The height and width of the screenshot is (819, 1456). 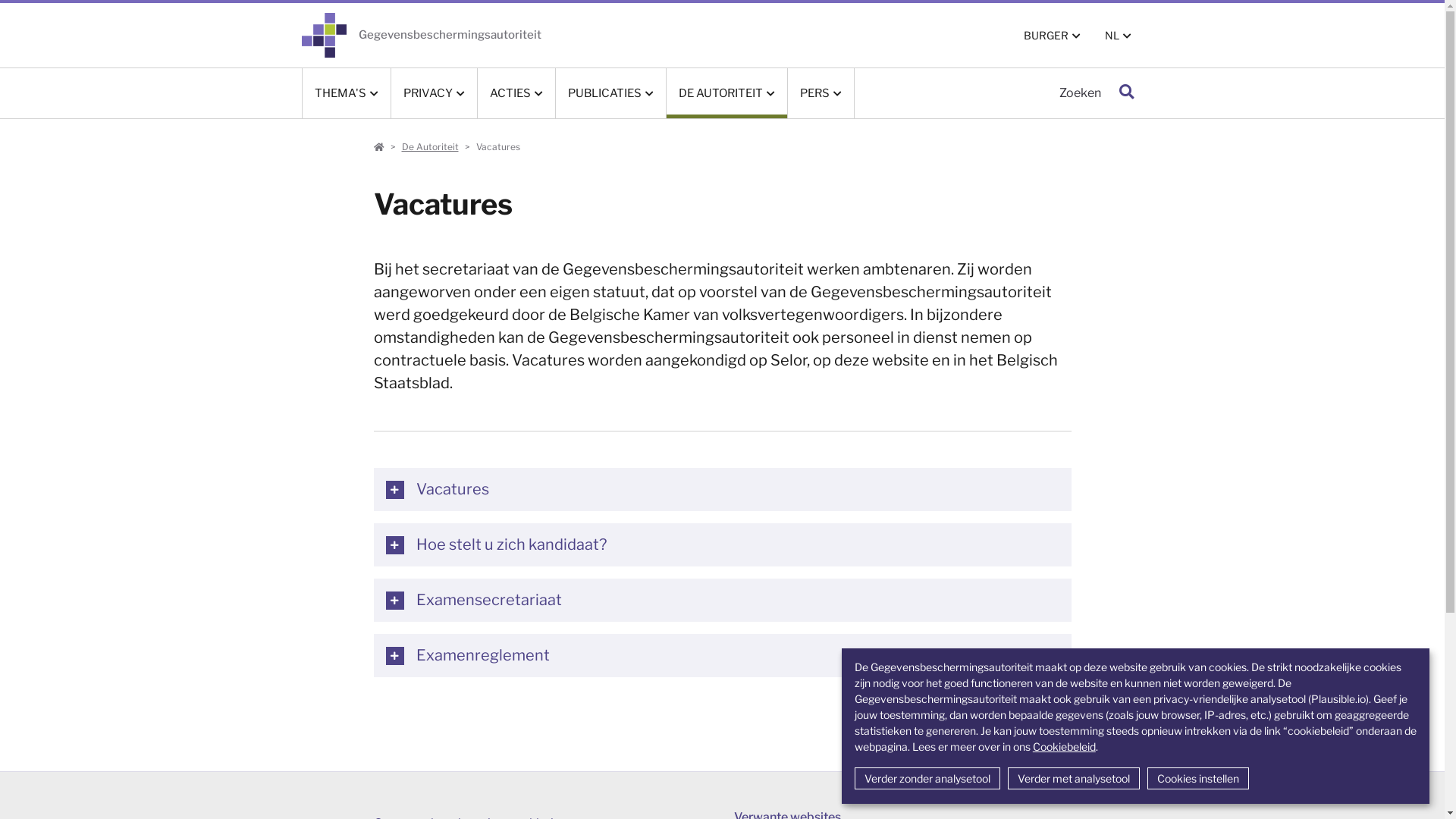 I want to click on 'PUBLICATIES', so click(x=610, y=93).